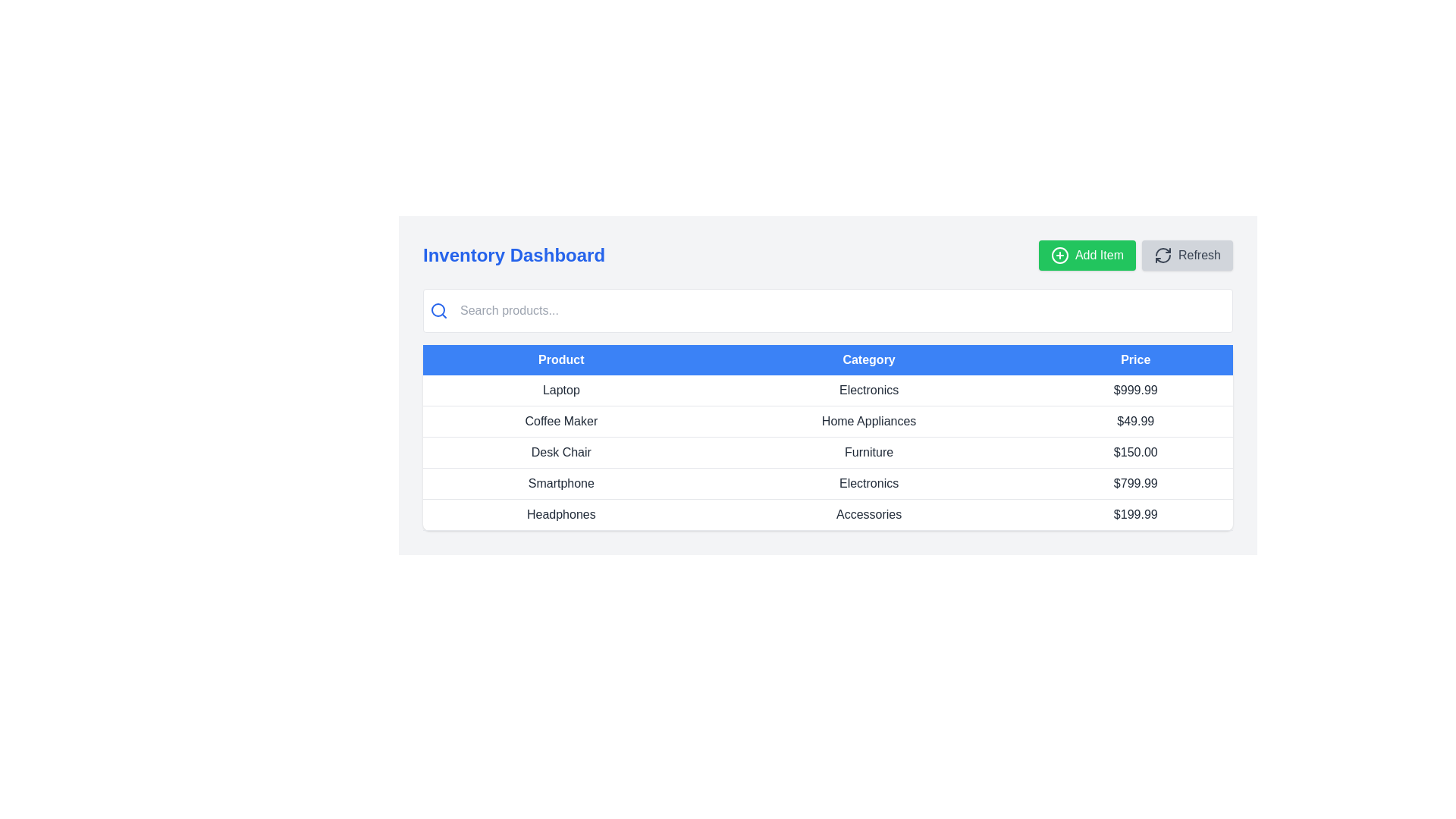  I want to click on the second row of the product table displaying 'Coffee Maker', so click(827, 421).